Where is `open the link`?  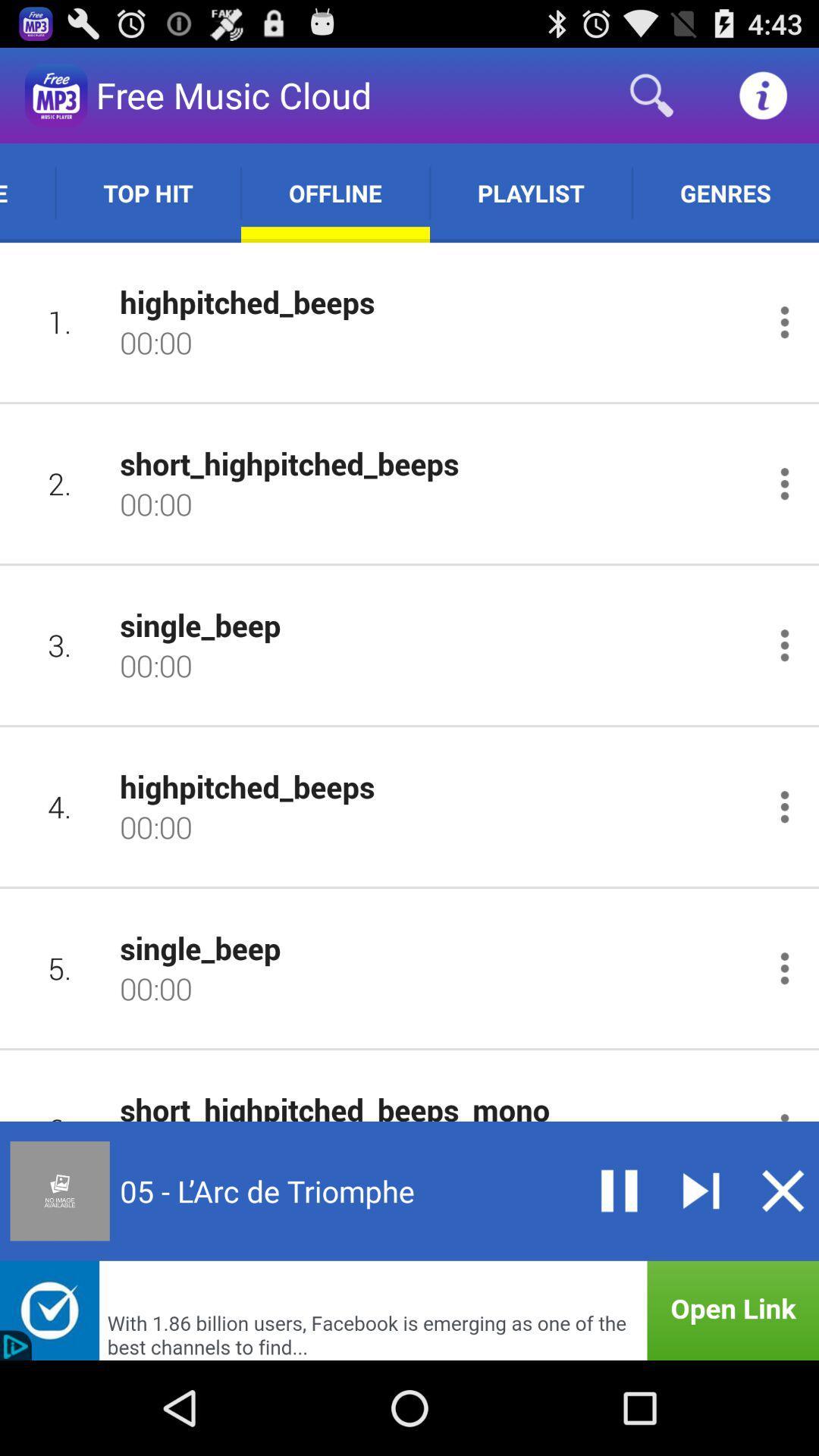
open the link is located at coordinates (409, 1310).